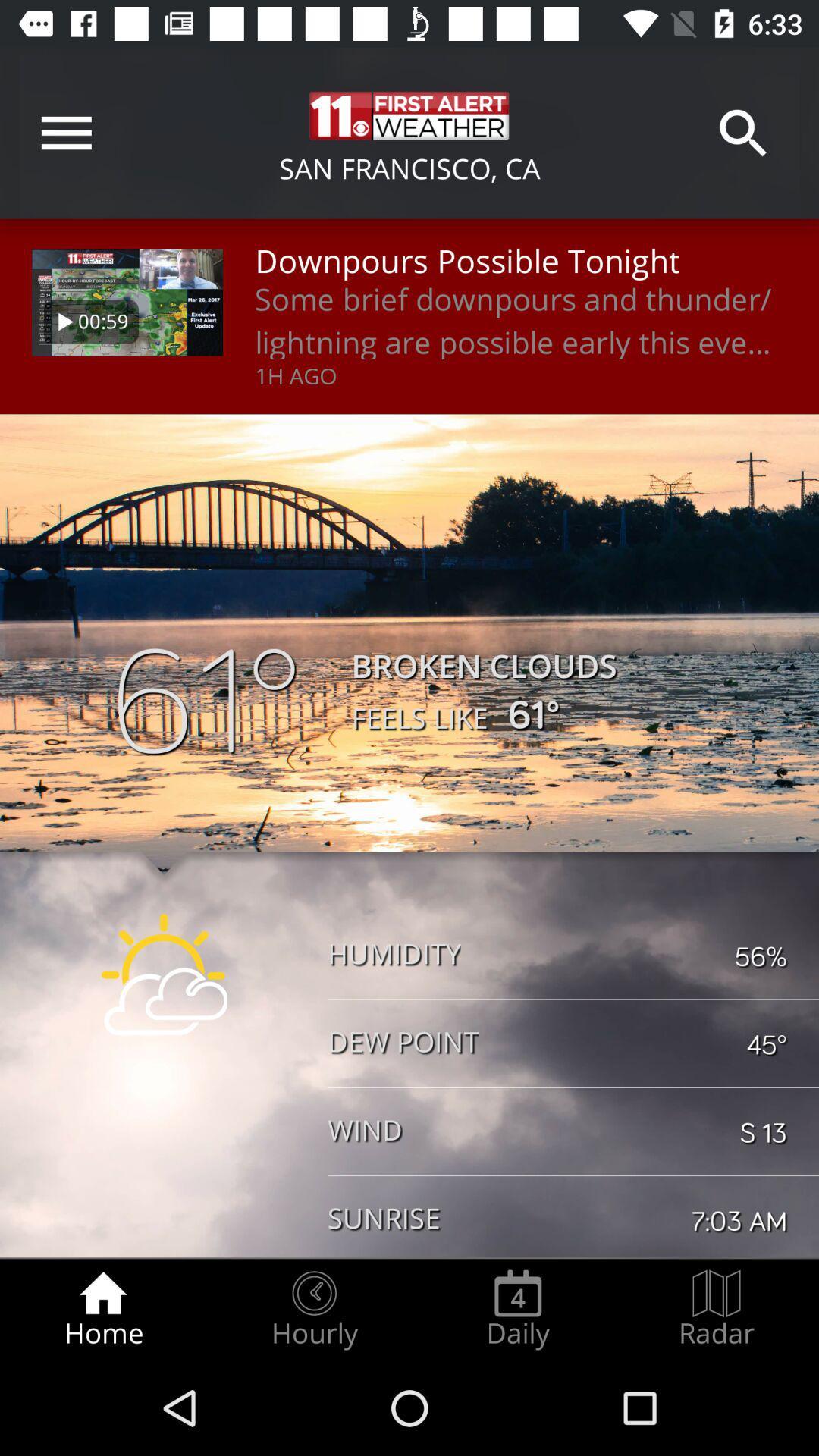  Describe the element at coordinates (102, 1309) in the screenshot. I see `the home` at that location.